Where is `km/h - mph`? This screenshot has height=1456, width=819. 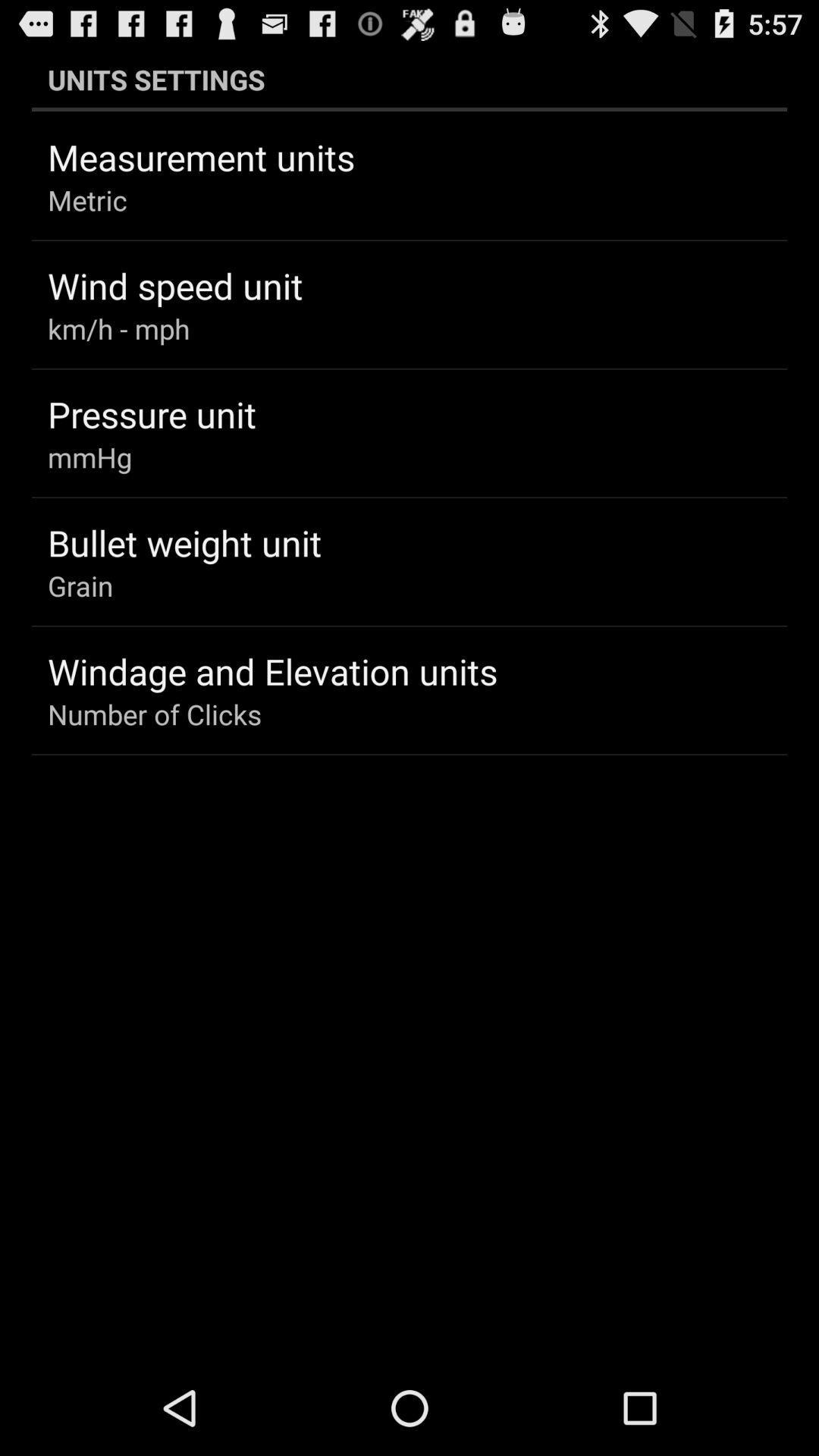 km/h - mph is located at coordinates (118, 328).